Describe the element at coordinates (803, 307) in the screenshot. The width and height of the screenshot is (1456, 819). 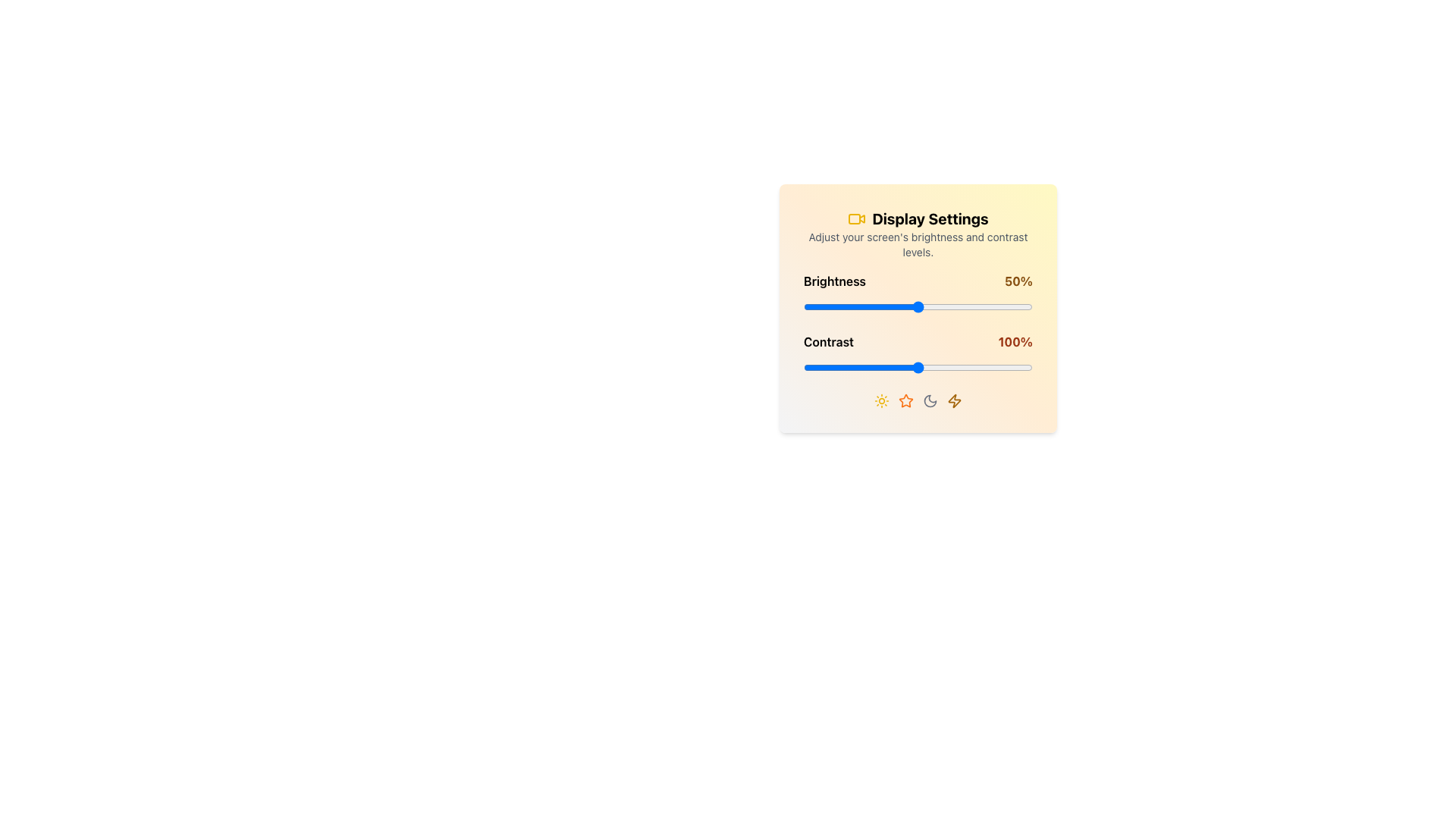
I see `brightness` at that location.